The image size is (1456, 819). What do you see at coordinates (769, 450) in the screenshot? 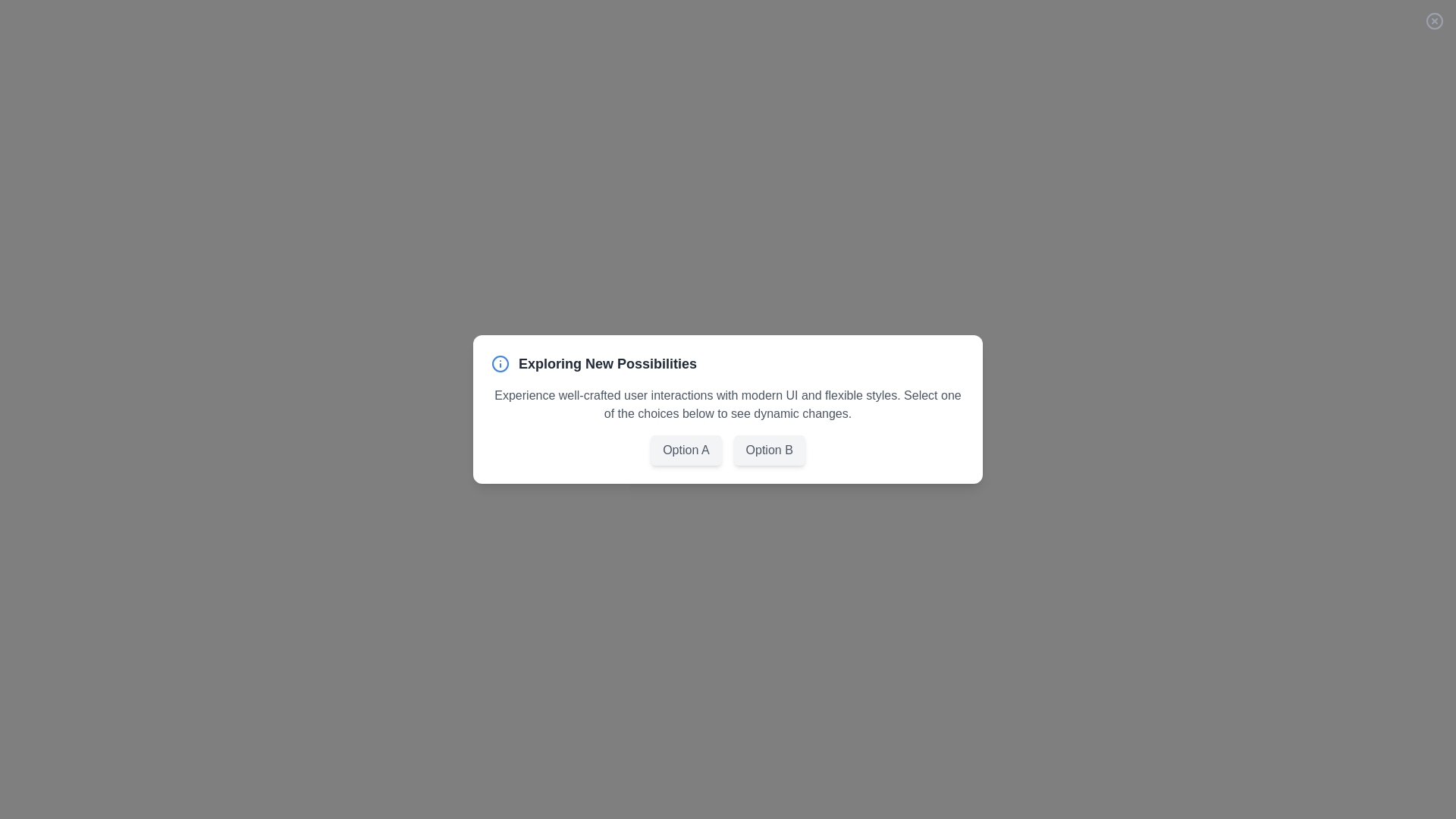
I see `the Option B button to select it` at bounding box center [769, 450].